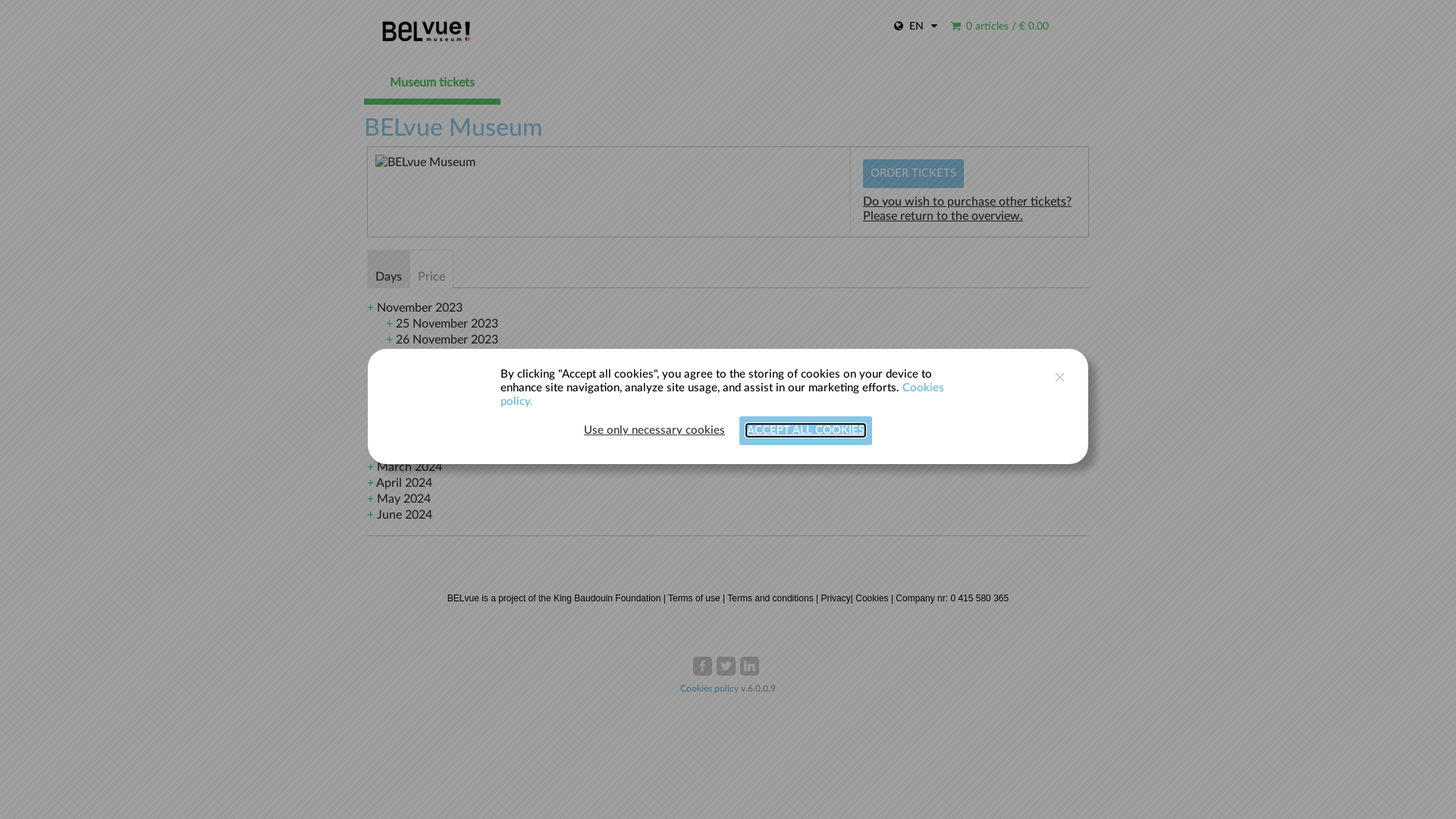  Describe the element at coordinates (370, 419) in the screenshot. I see `'+'` at that location.